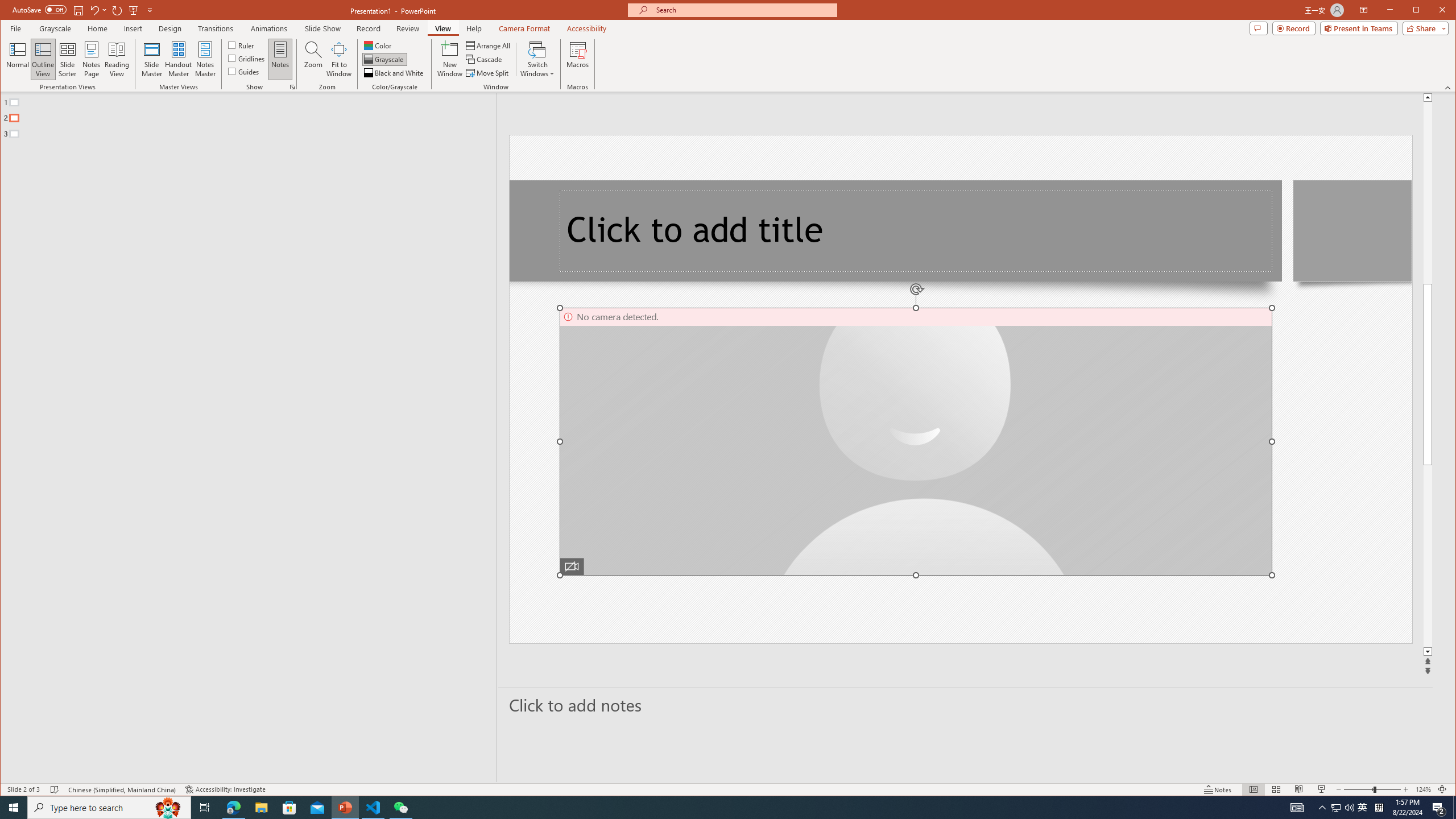 This screenshot has height=819, width=1456. What do you see at coordinates (241, 44) in the screenshot?
I see `'Ruler'` at bounding box center [241, 44].